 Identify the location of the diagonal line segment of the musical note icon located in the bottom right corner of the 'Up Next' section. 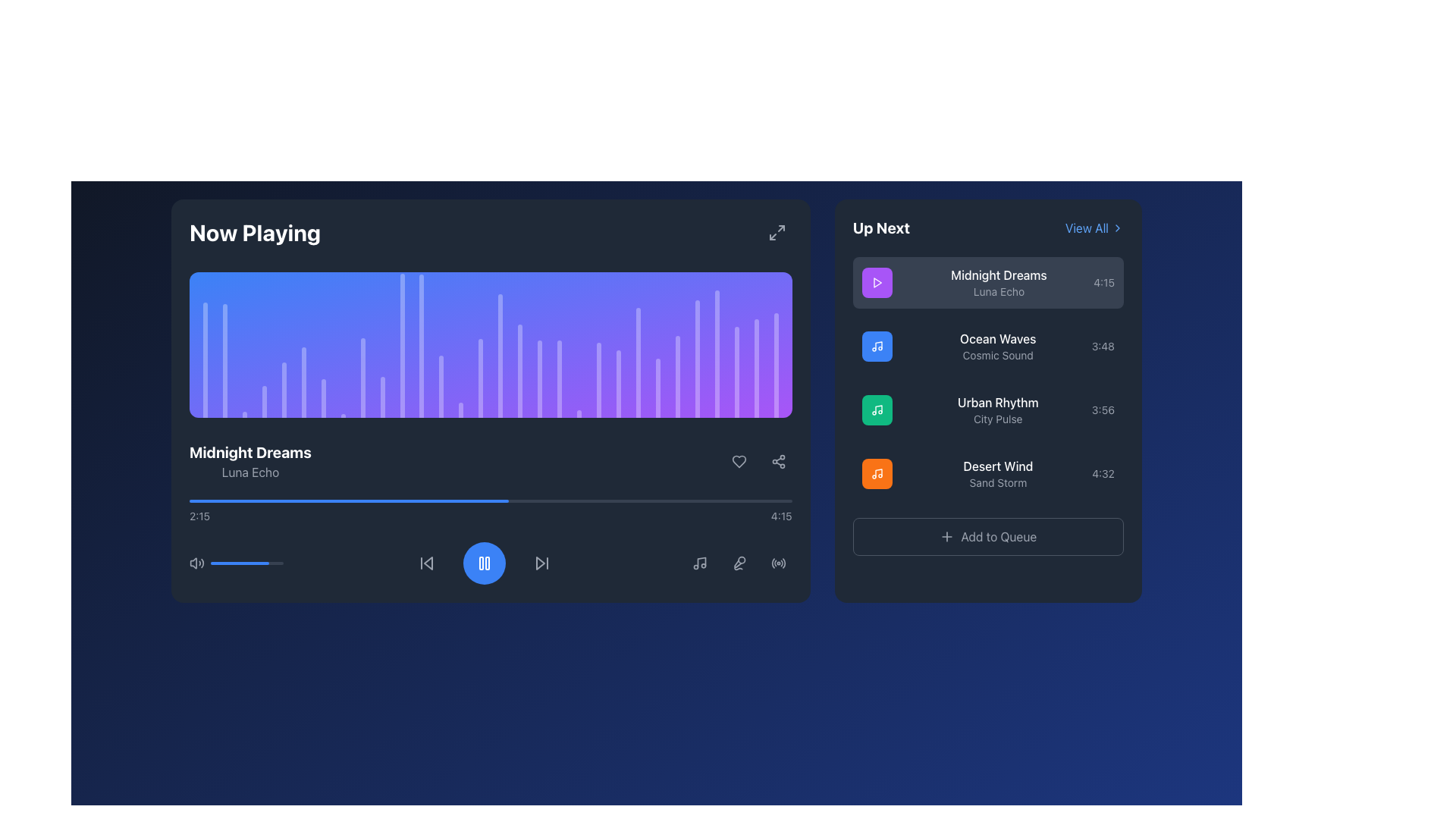
(878, 472).